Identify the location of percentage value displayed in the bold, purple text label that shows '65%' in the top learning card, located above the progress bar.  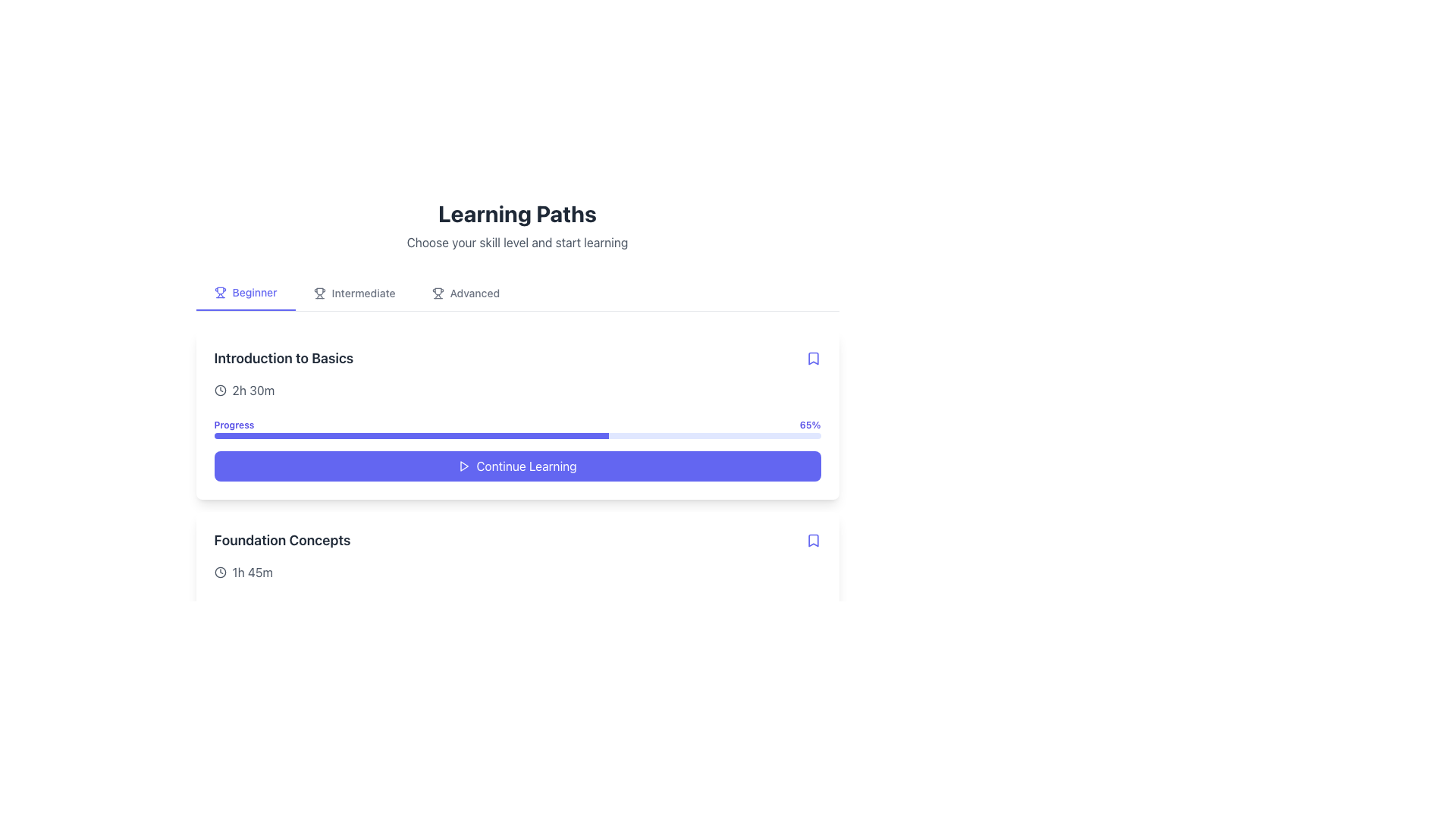
(809, 424).